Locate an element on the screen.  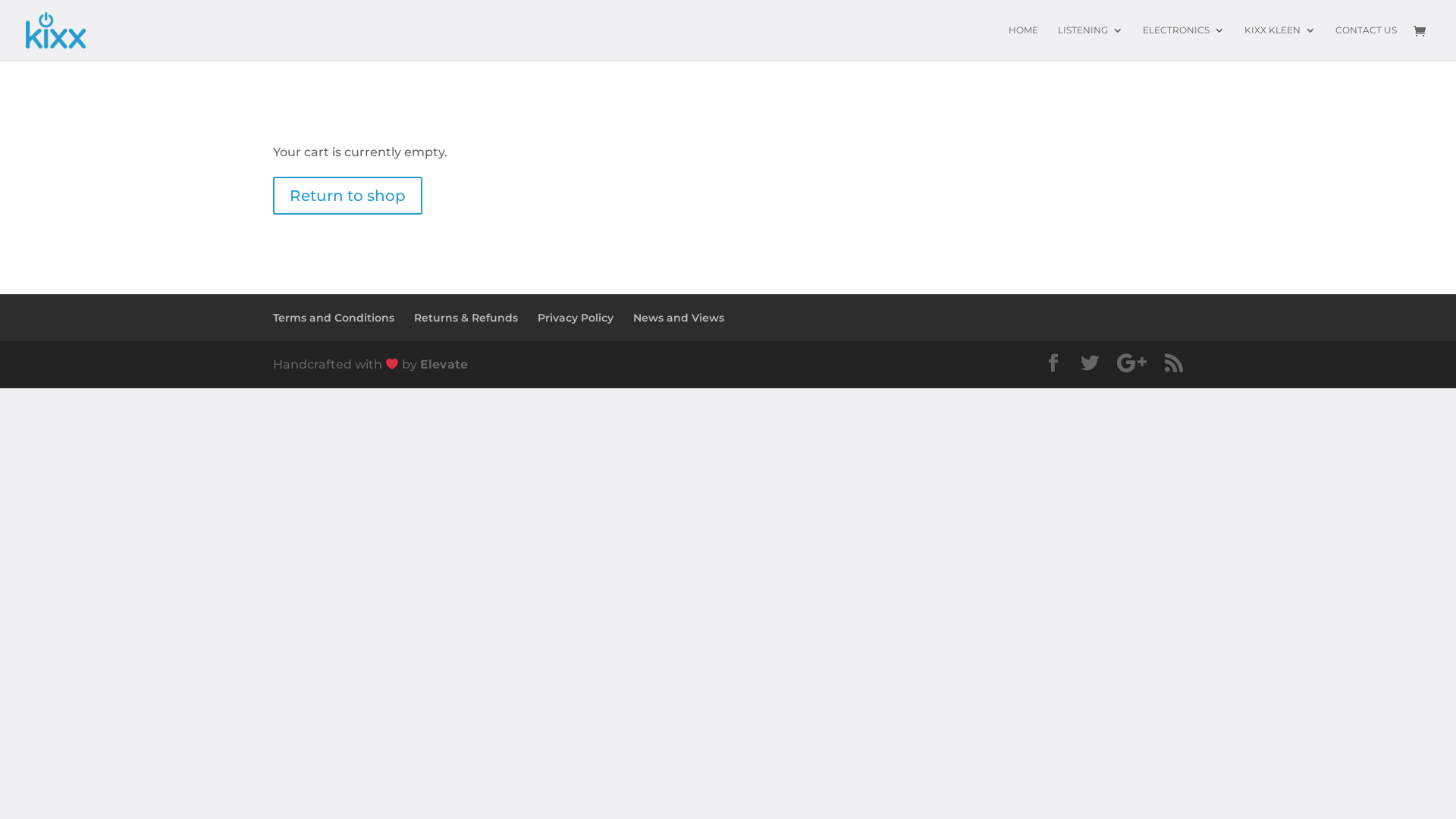
'Elevate' is located at coordinates (419, 364).